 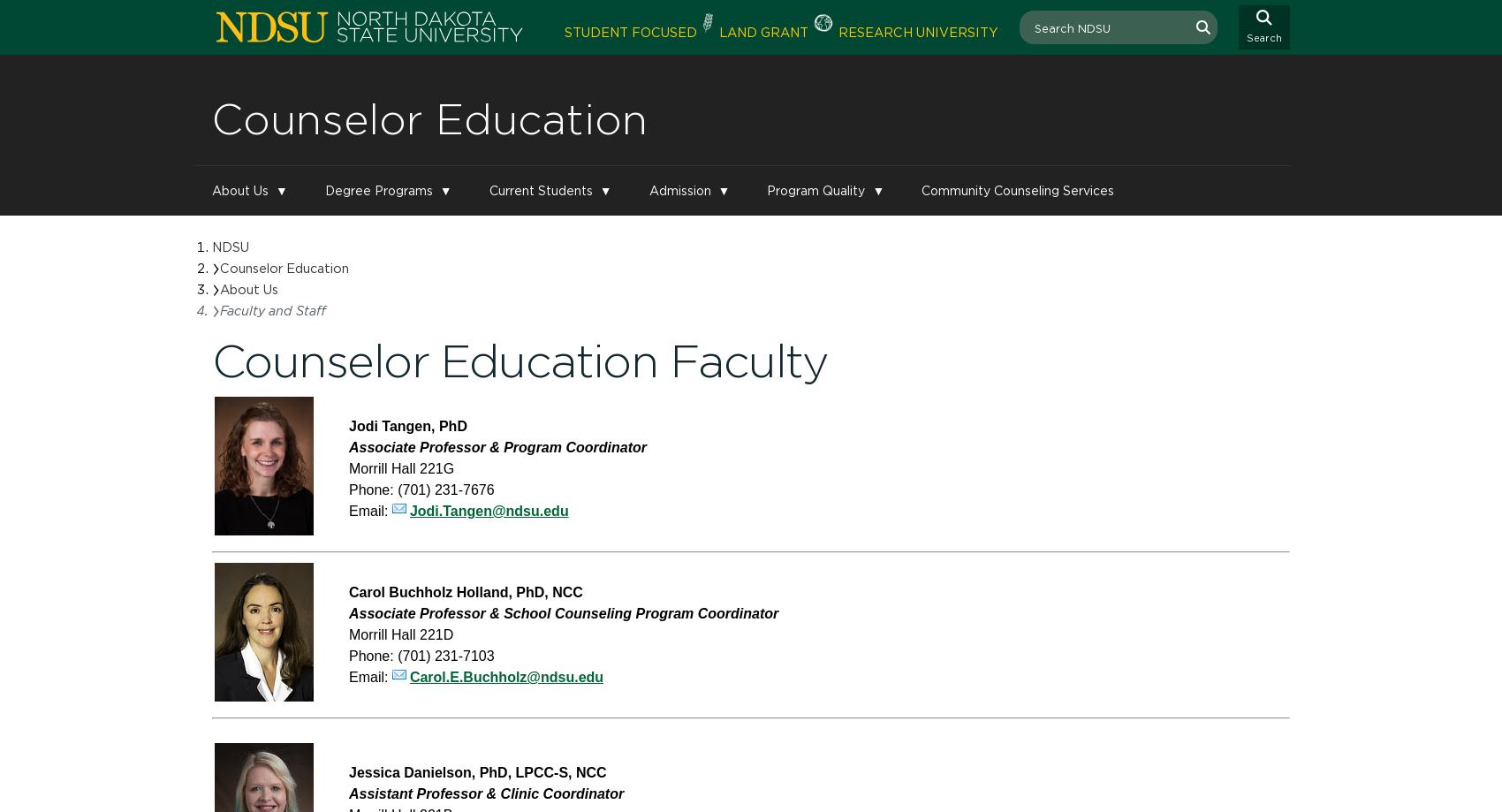 I want to click on '(701) 231-7676', so click(x=445, y=489).